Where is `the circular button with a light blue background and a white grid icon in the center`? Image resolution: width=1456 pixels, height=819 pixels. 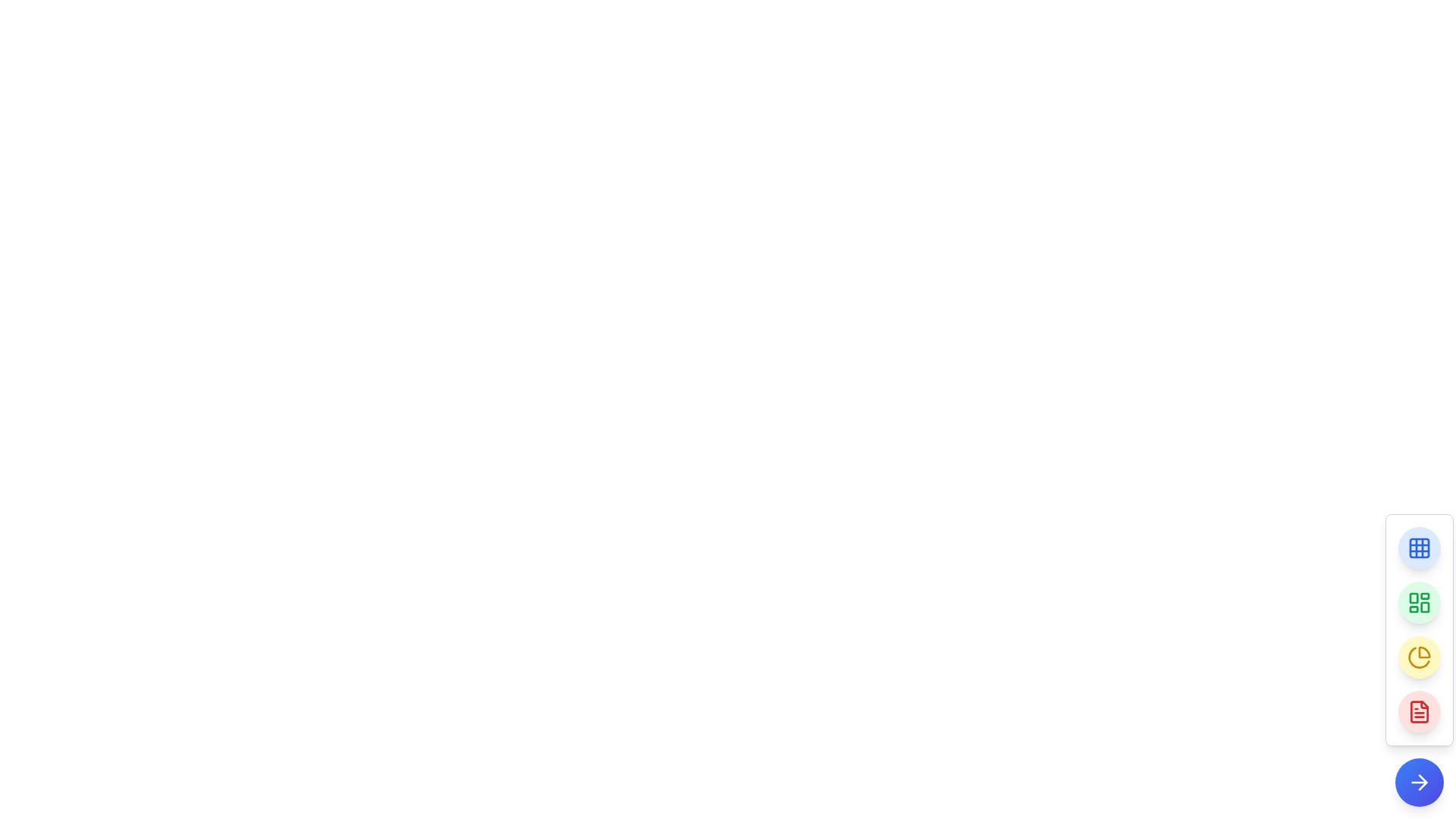 the circular button with a light blue background and a white grid icon in the center is located at coordinates (1419, 548).